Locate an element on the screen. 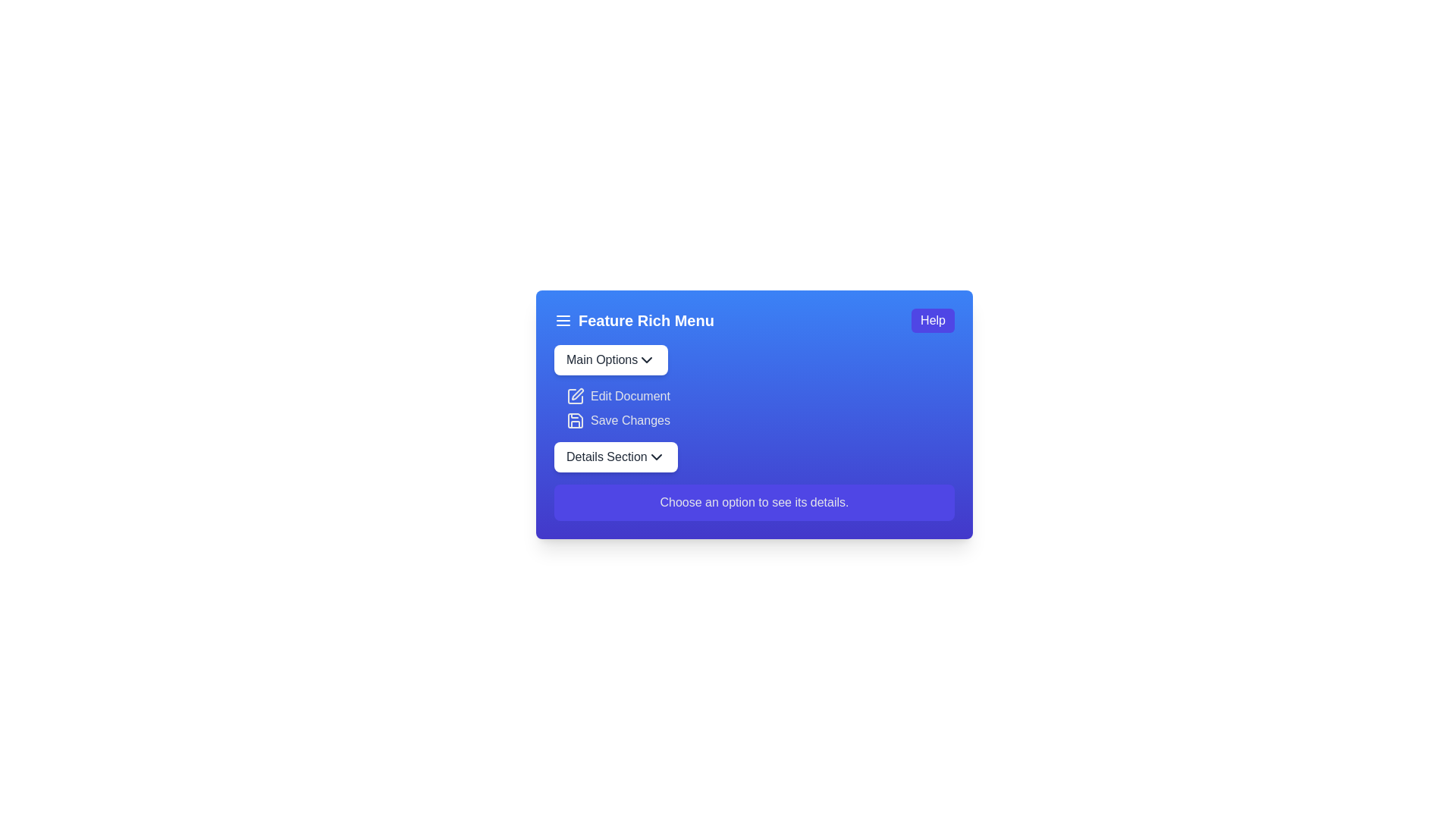 This screenshot has width=1456, height=819. the chevron icon located at the extreme right end of the 'Details Section' button is located at coordinates (656, 456).